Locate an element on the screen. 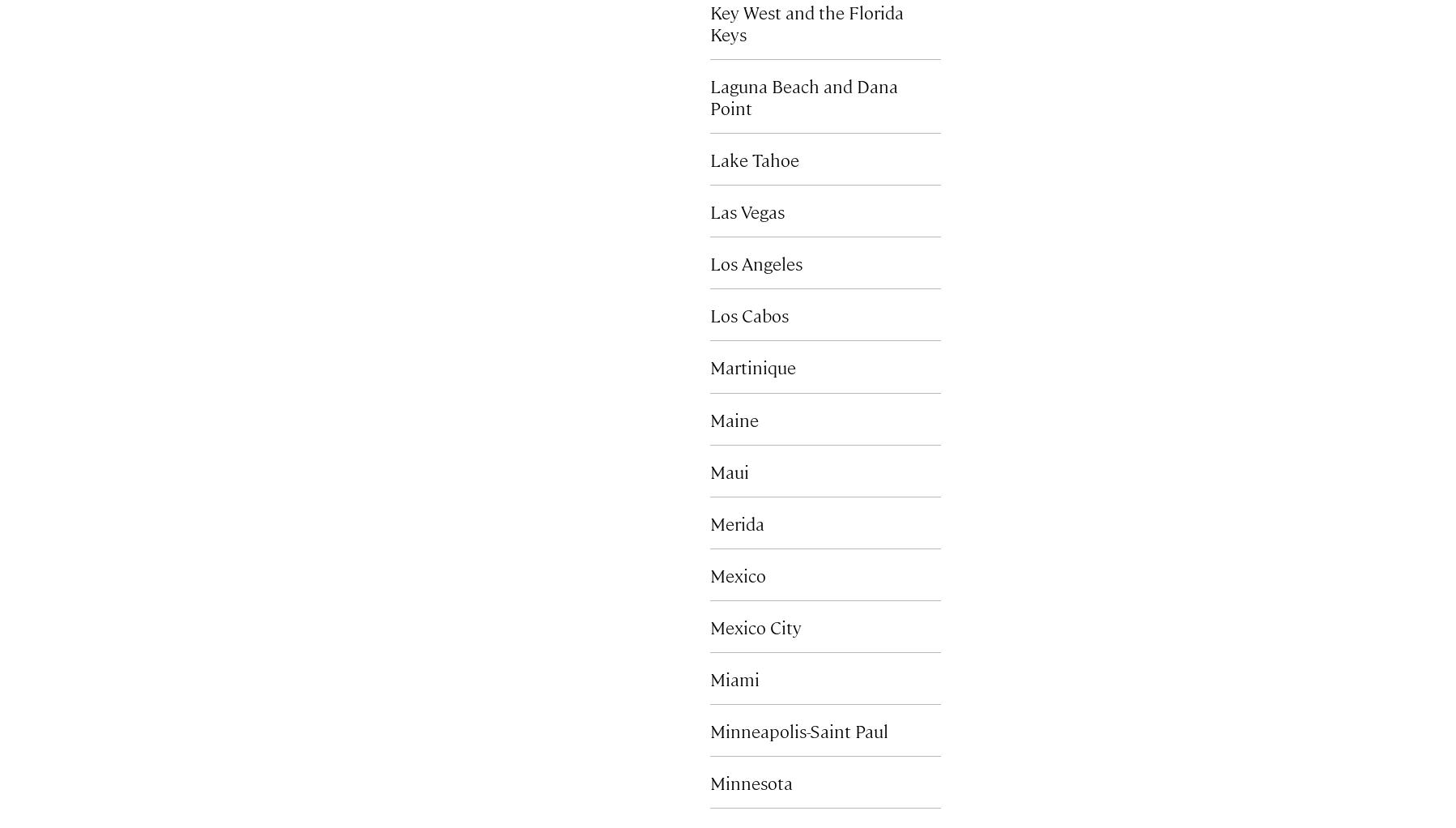  'Lake Tahoe' is located at coordinates (754, 159).